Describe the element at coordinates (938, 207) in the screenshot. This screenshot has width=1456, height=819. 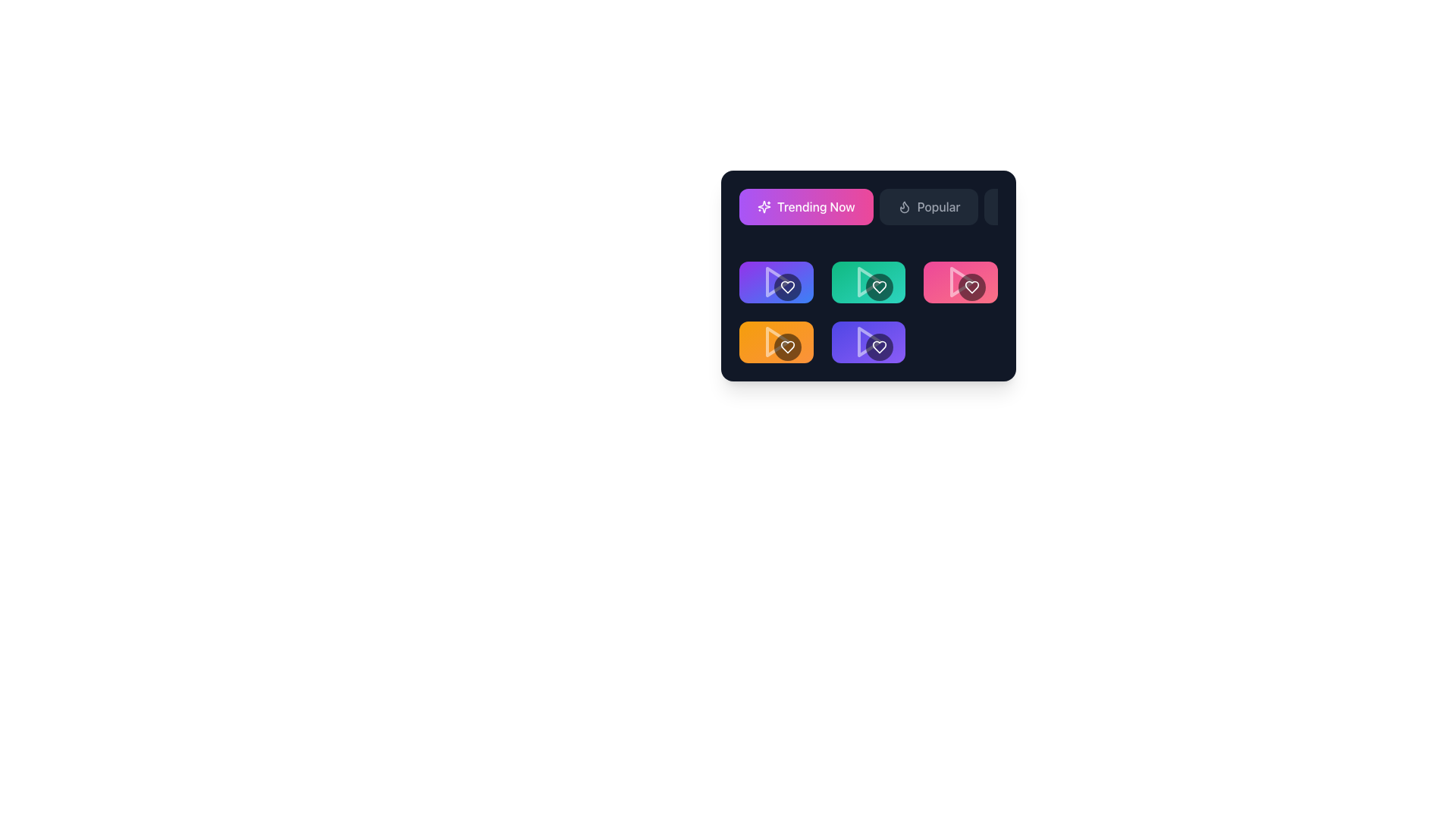
I see `the 'Popular' label within the navigation button` at that location.